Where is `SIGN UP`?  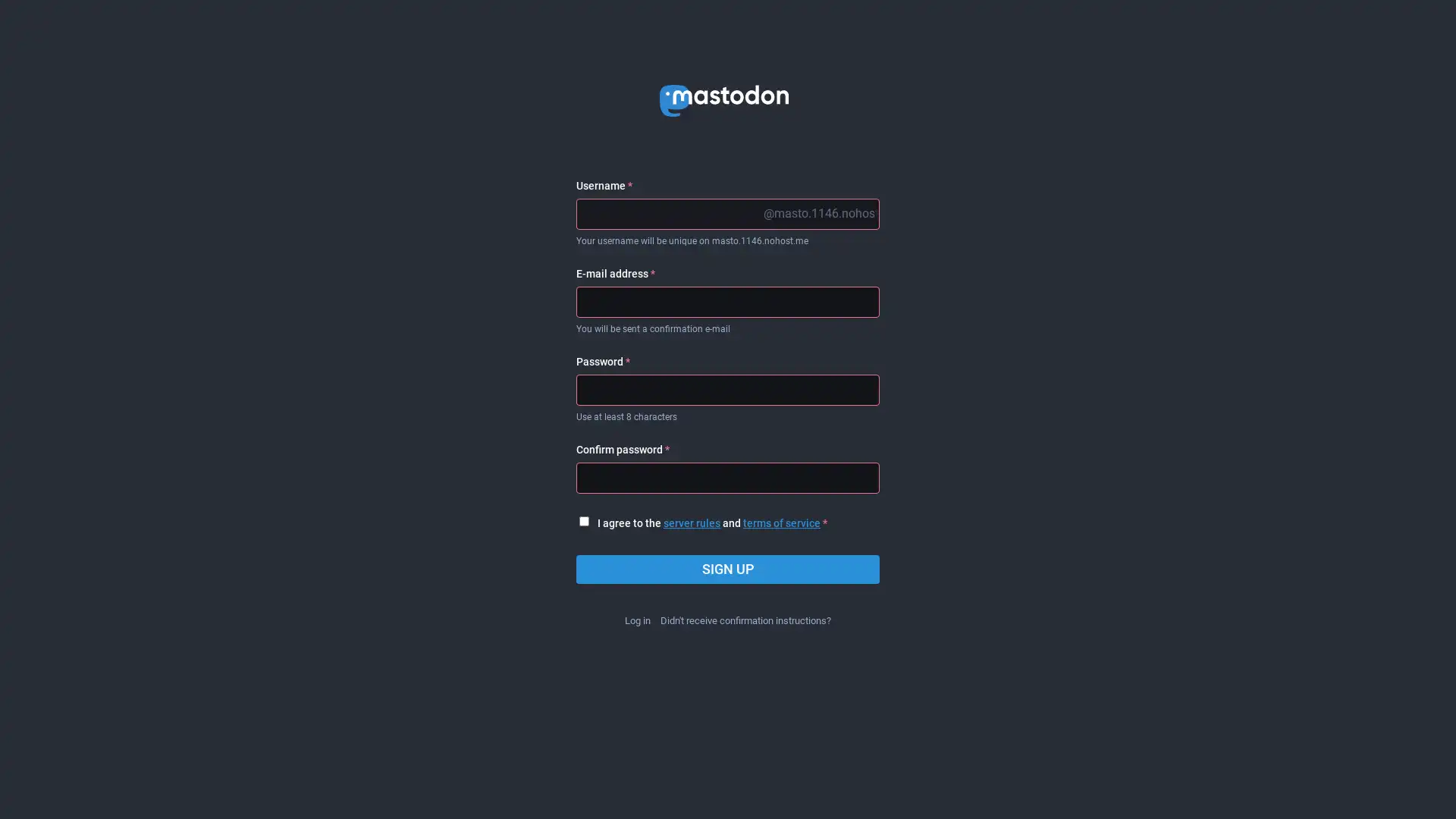
SIGN UP is located at coordinates (728, 570).